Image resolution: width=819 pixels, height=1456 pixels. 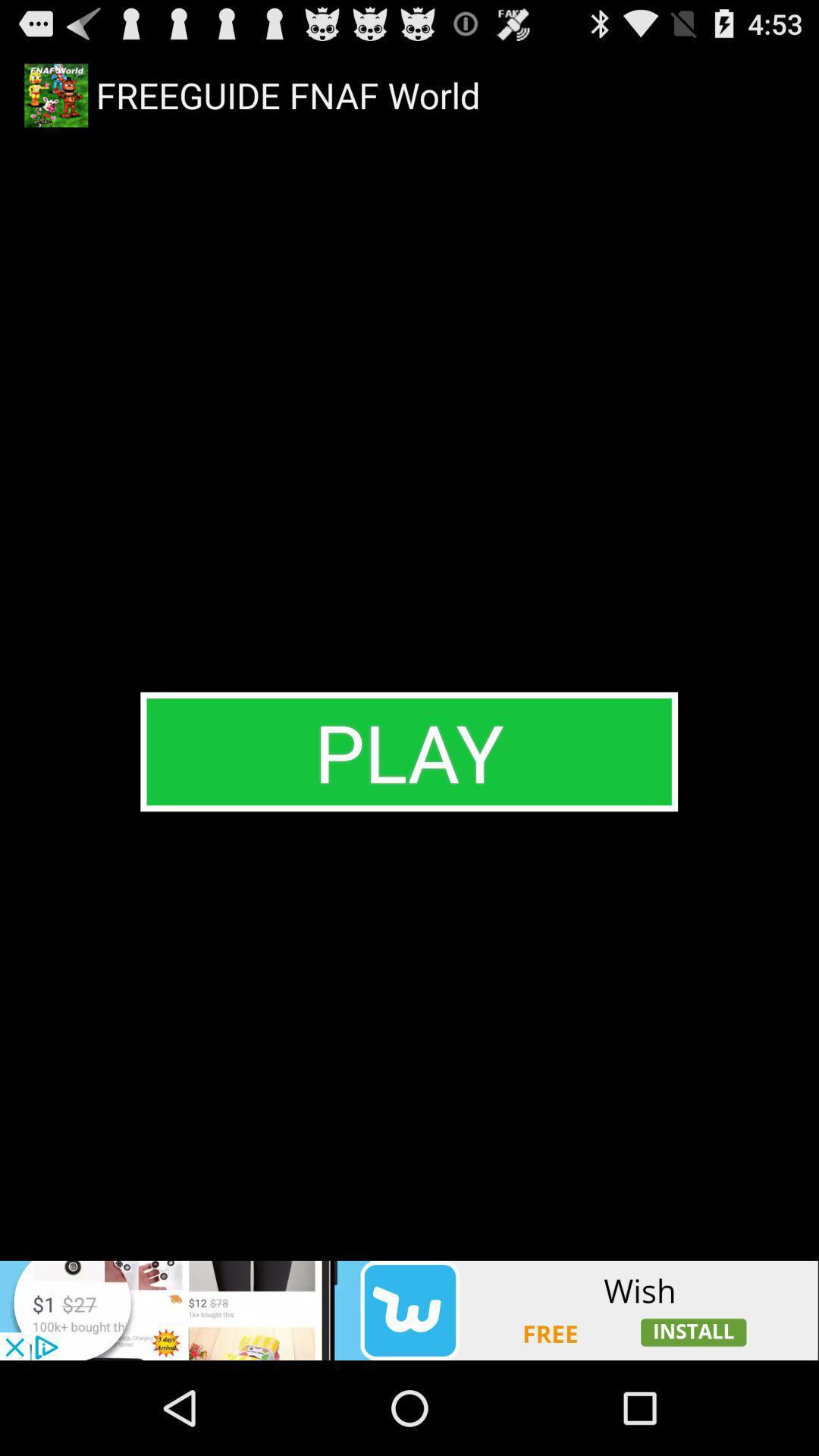 I want to click on advertisement, so click(x=409, y=1310).